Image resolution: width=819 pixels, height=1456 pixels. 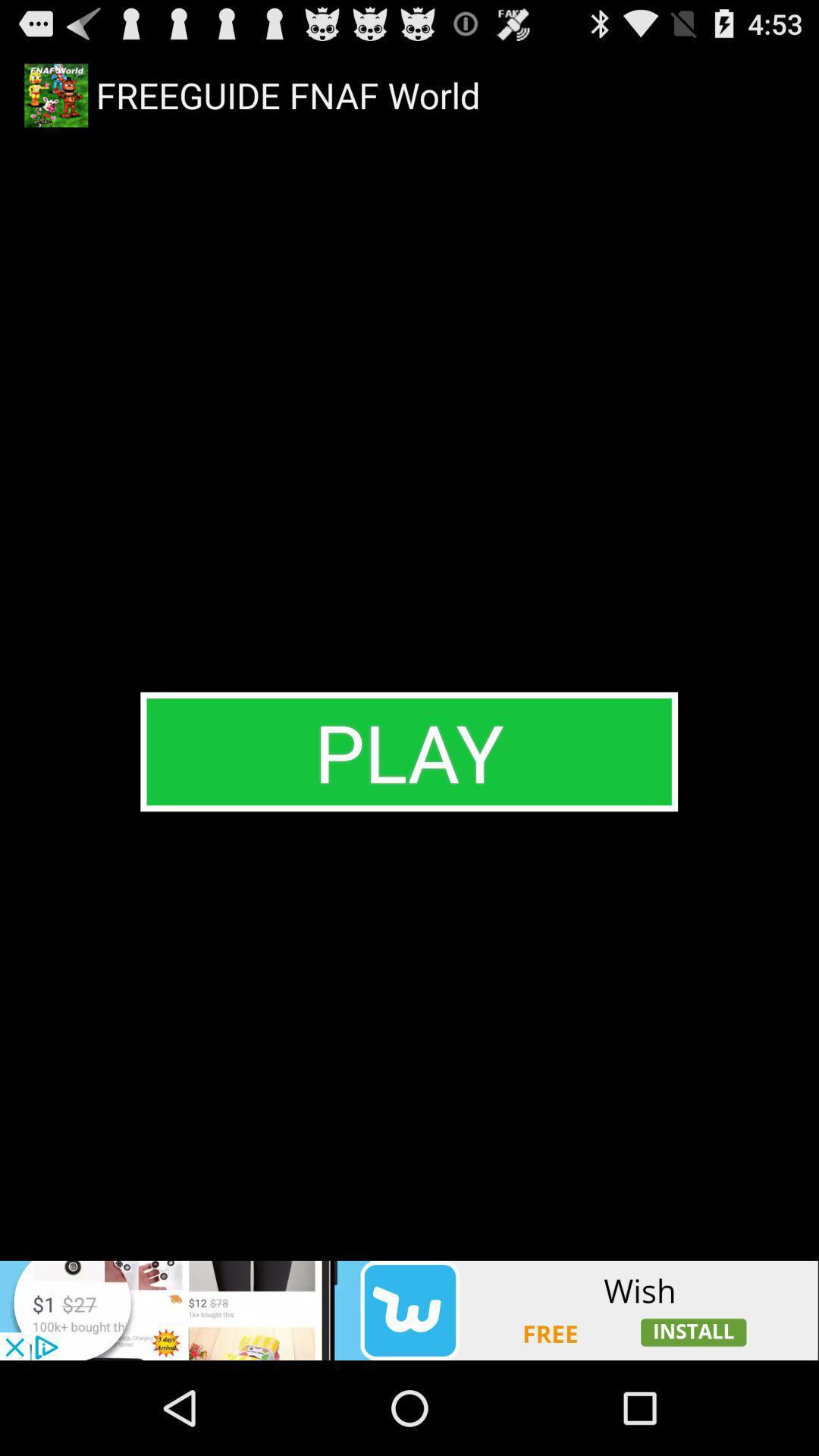 I want to click on advertisement, so click(x=409, y=1310).